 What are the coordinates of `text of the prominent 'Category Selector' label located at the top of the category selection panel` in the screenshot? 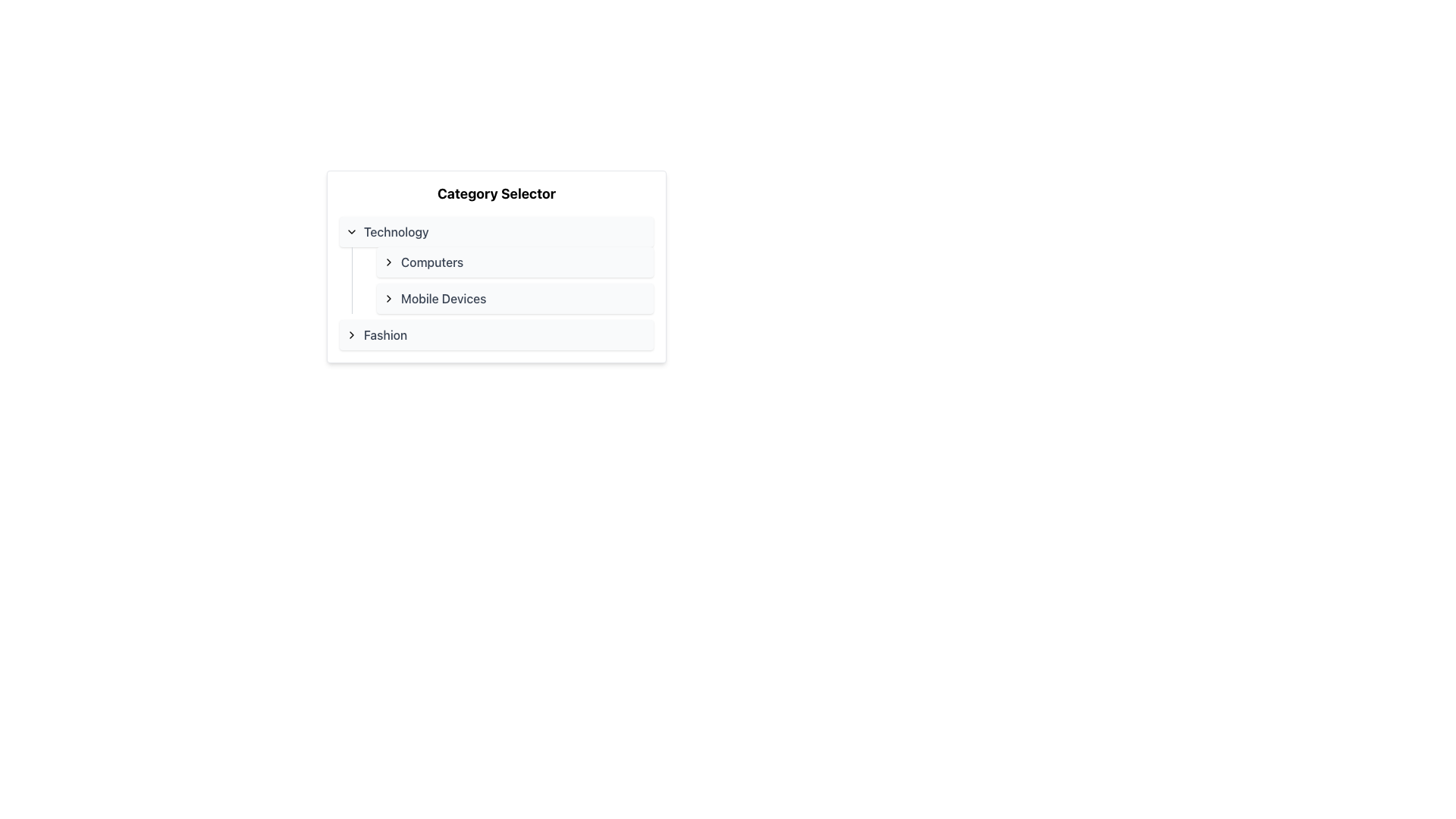 It's located at (496, 193).